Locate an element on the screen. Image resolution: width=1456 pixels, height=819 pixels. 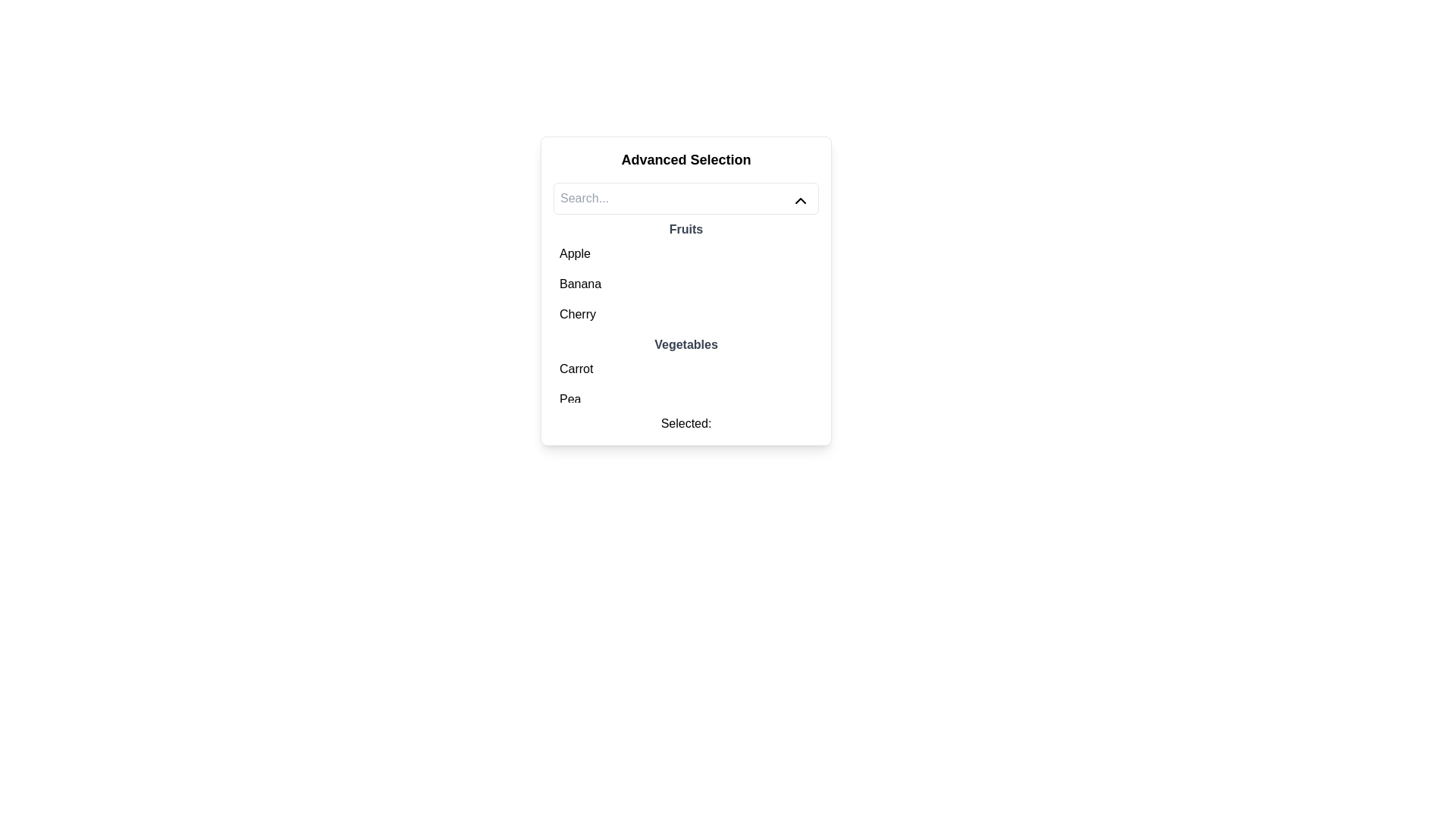
the 'Fruits' text label, which serves as a category heading for the dropdown menu of fruit options is located at coordinates (686, 230).